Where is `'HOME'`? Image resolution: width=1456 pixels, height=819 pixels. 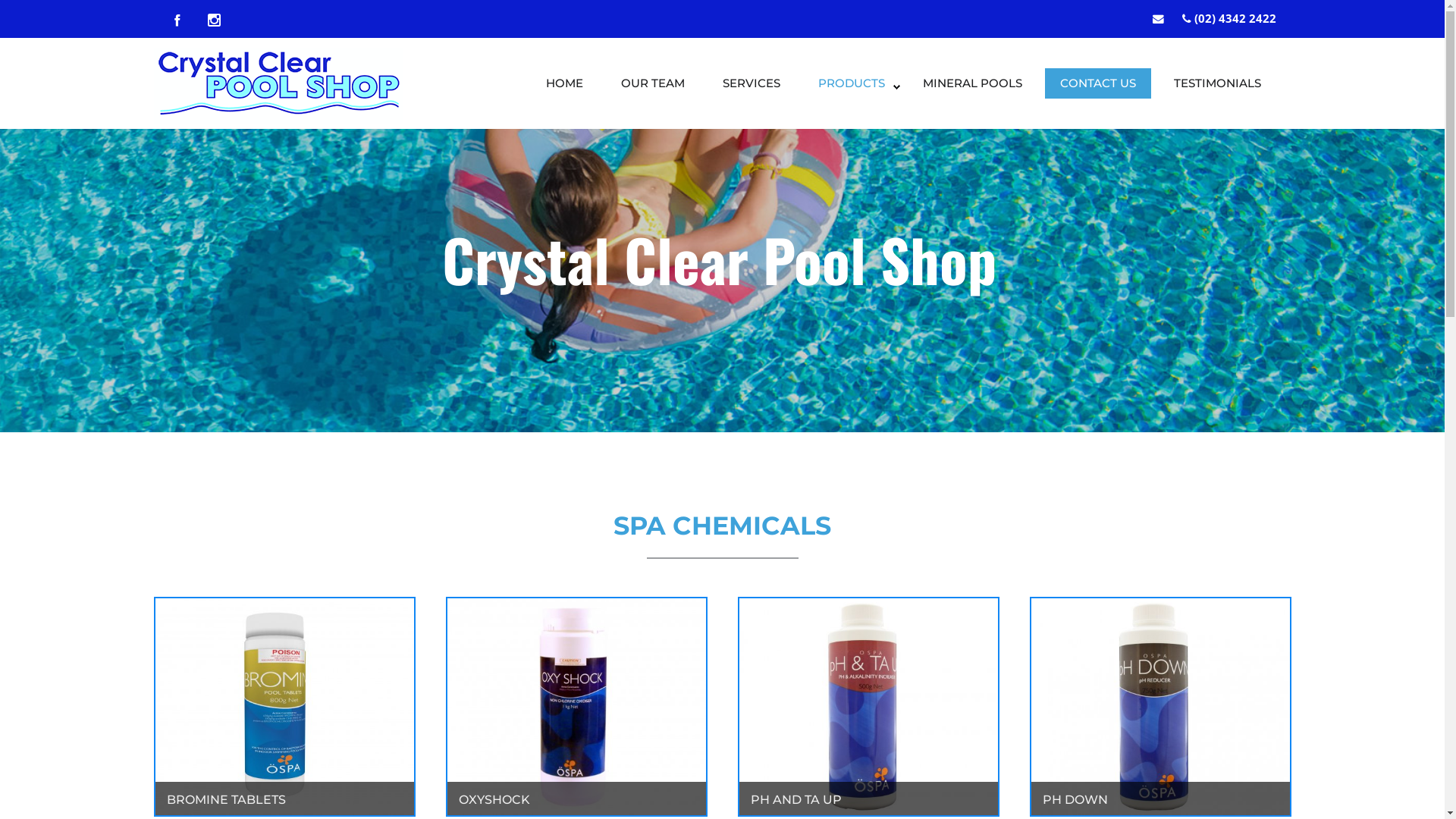
'HOME' is located at coordinates (563, 87).